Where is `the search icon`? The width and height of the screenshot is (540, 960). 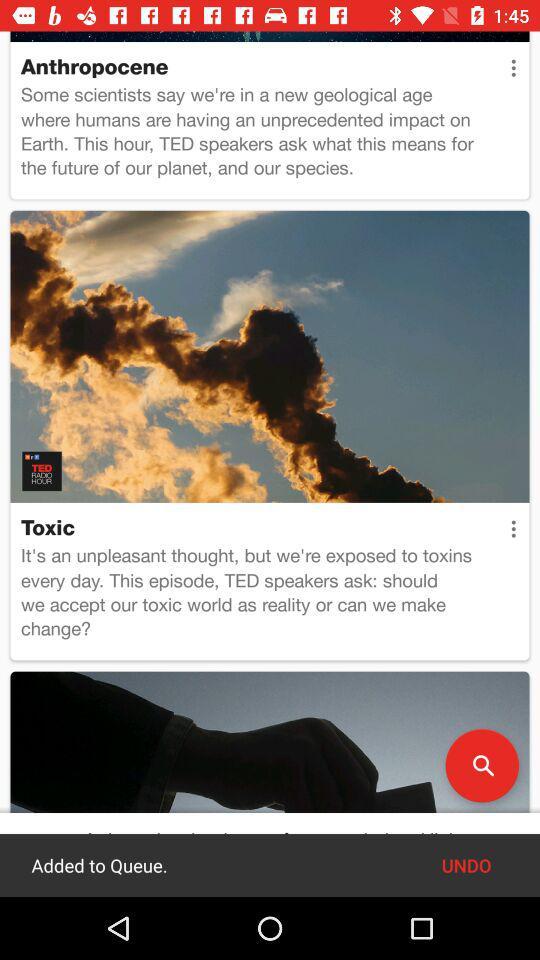
the search icon is located at coordinates (481, 764).